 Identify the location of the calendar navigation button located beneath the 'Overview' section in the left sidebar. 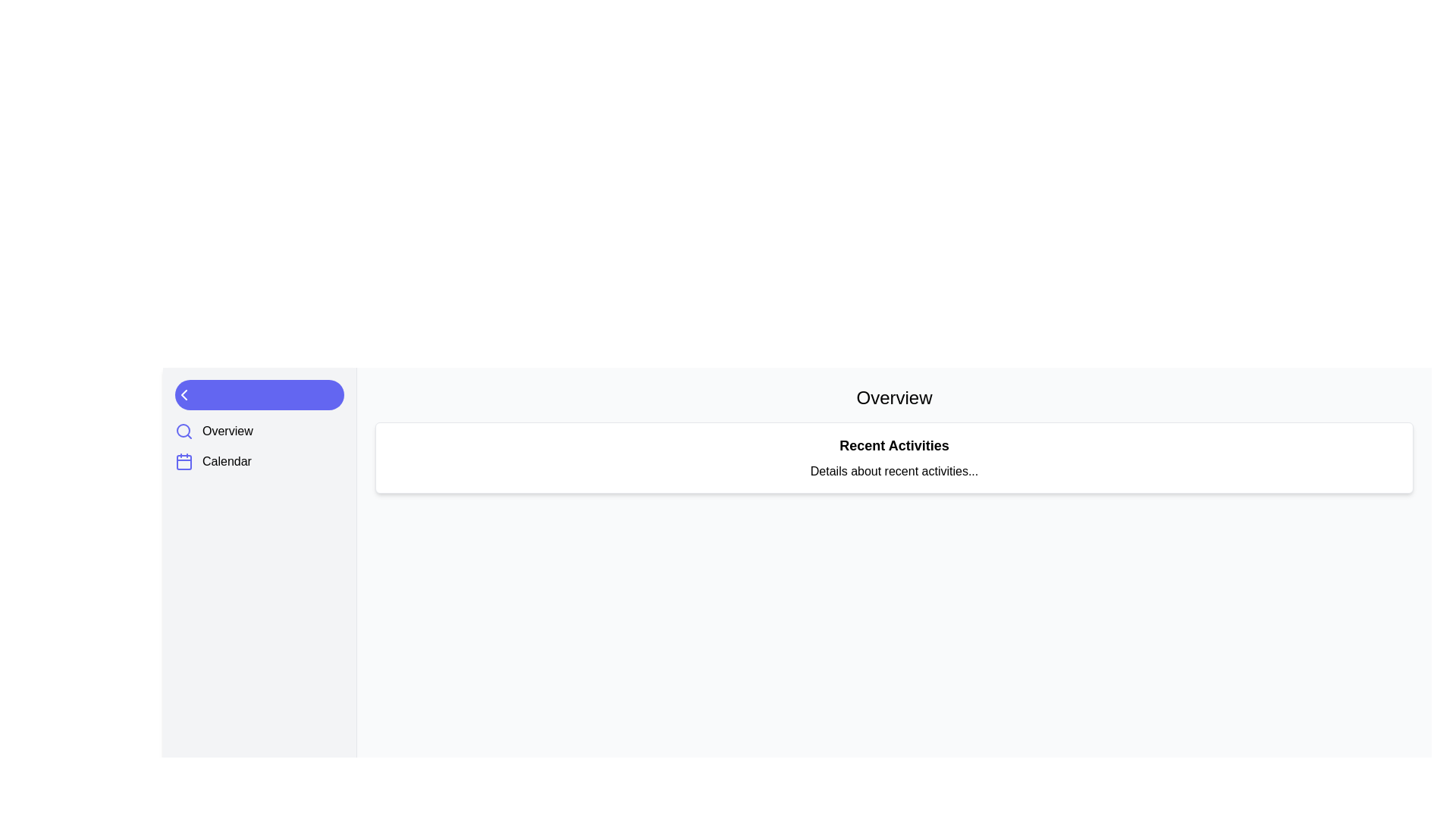
(212, 461).